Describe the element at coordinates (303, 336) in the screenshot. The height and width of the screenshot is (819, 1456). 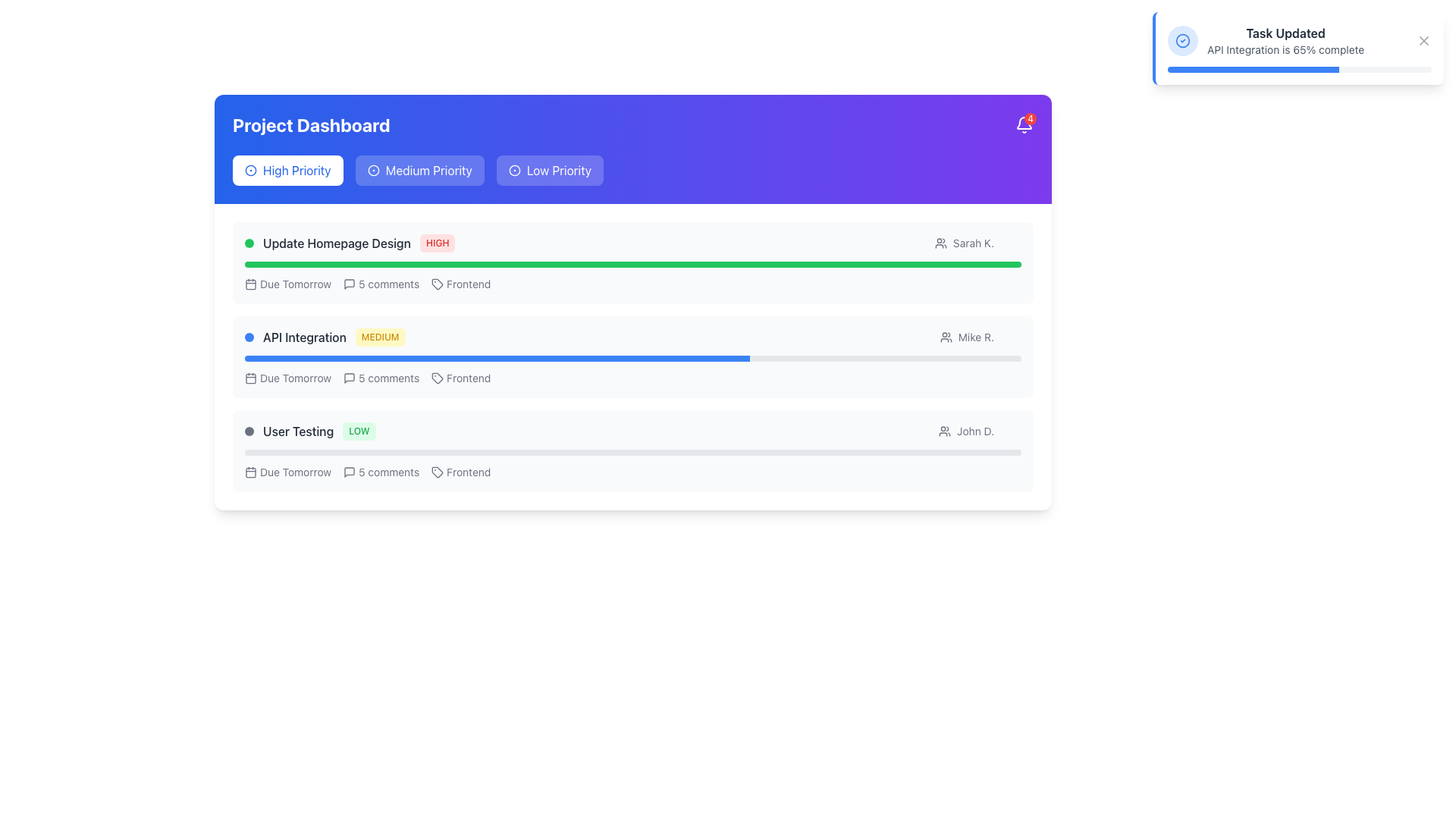
I see `text label that serves as a heading for the task or project entry, located in the second row of the vertical list structure, aligned between a circular blue indicator and a 'MEDIUM' label` at that location.